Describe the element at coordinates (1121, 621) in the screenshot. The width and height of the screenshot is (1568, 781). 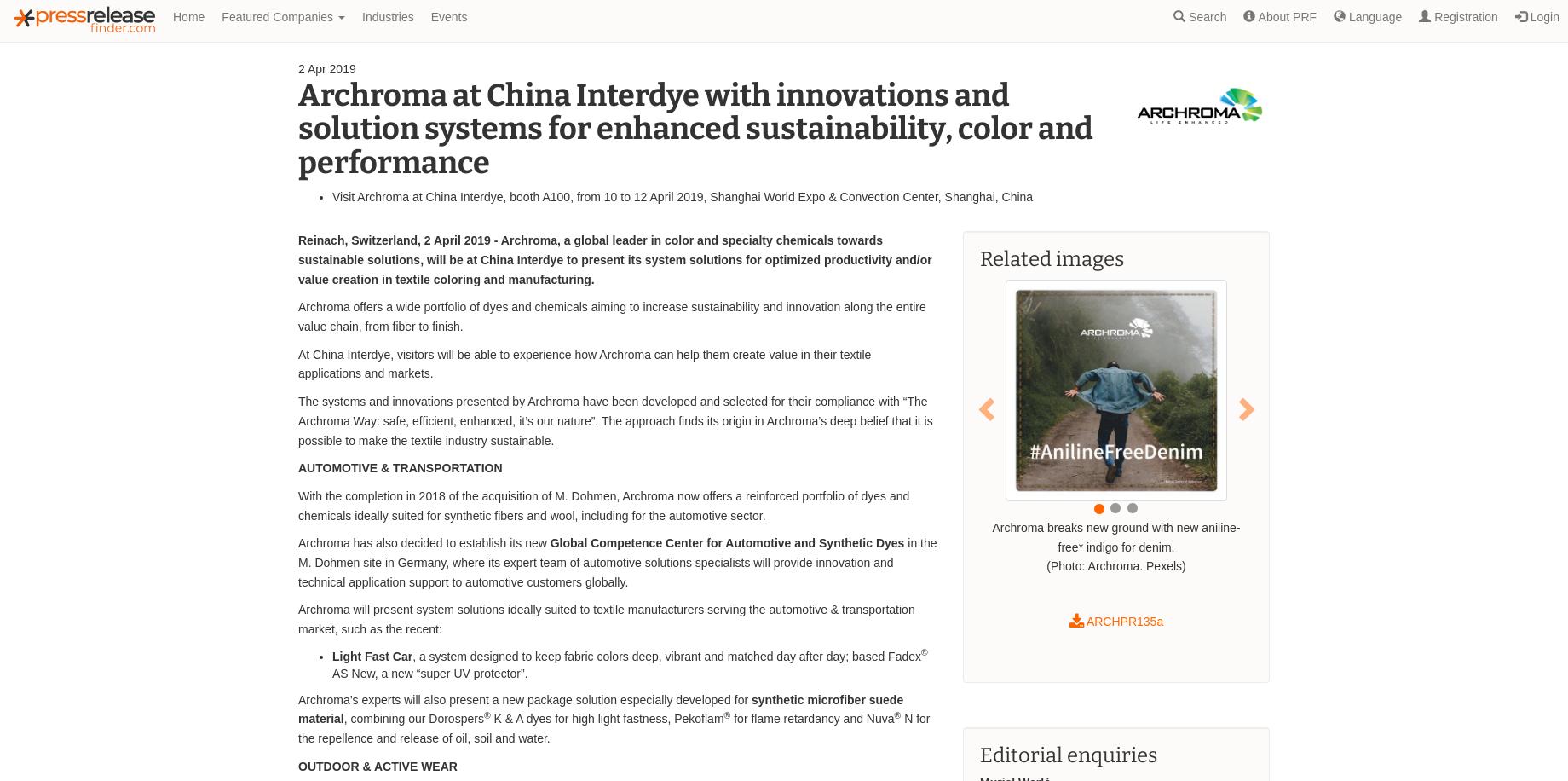
I see `'ARCHPR135a'` at that location.